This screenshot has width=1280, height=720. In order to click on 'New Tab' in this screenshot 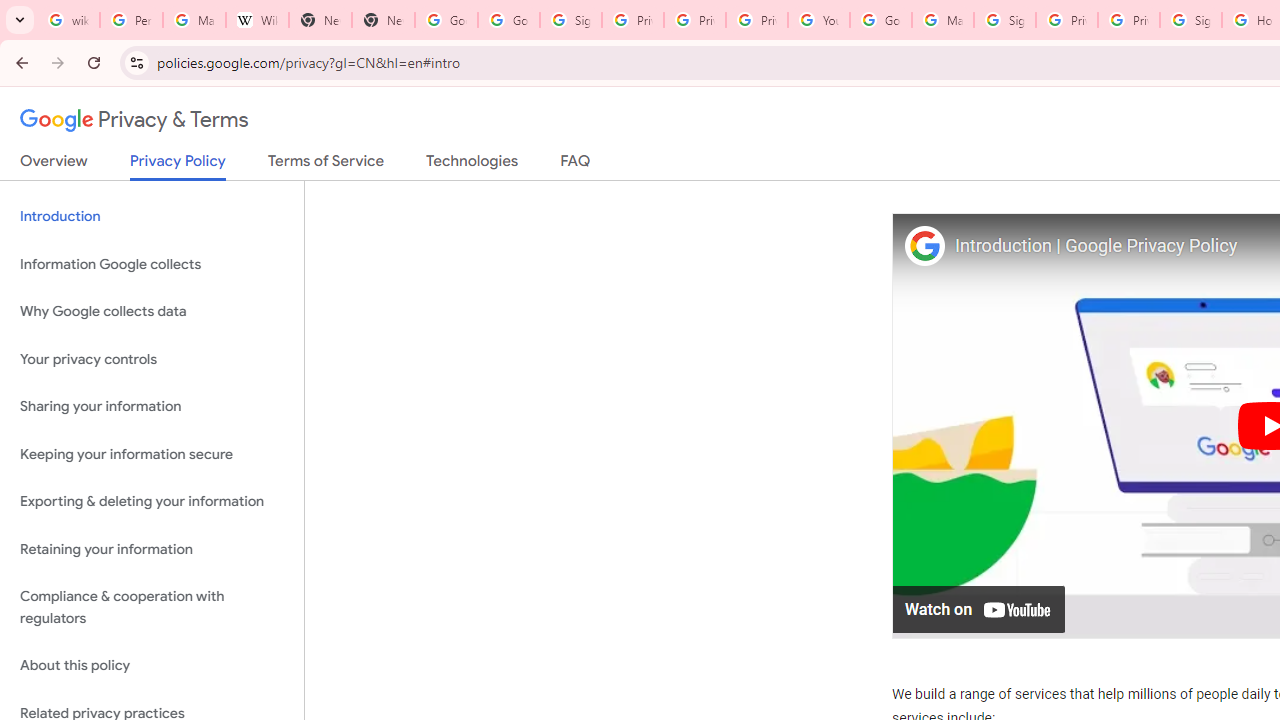, I will do `click(320, 20)`.